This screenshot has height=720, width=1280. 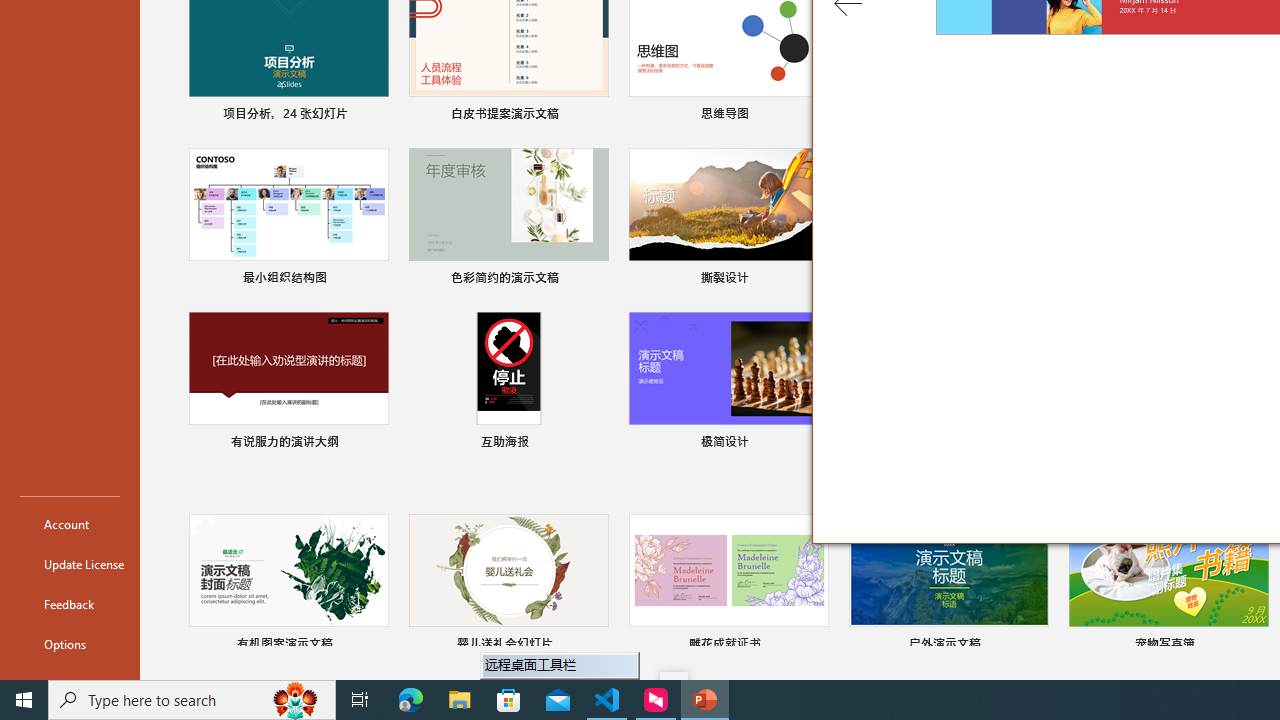 I want to click on 'Pin to list', so click(x=1254, y=645).